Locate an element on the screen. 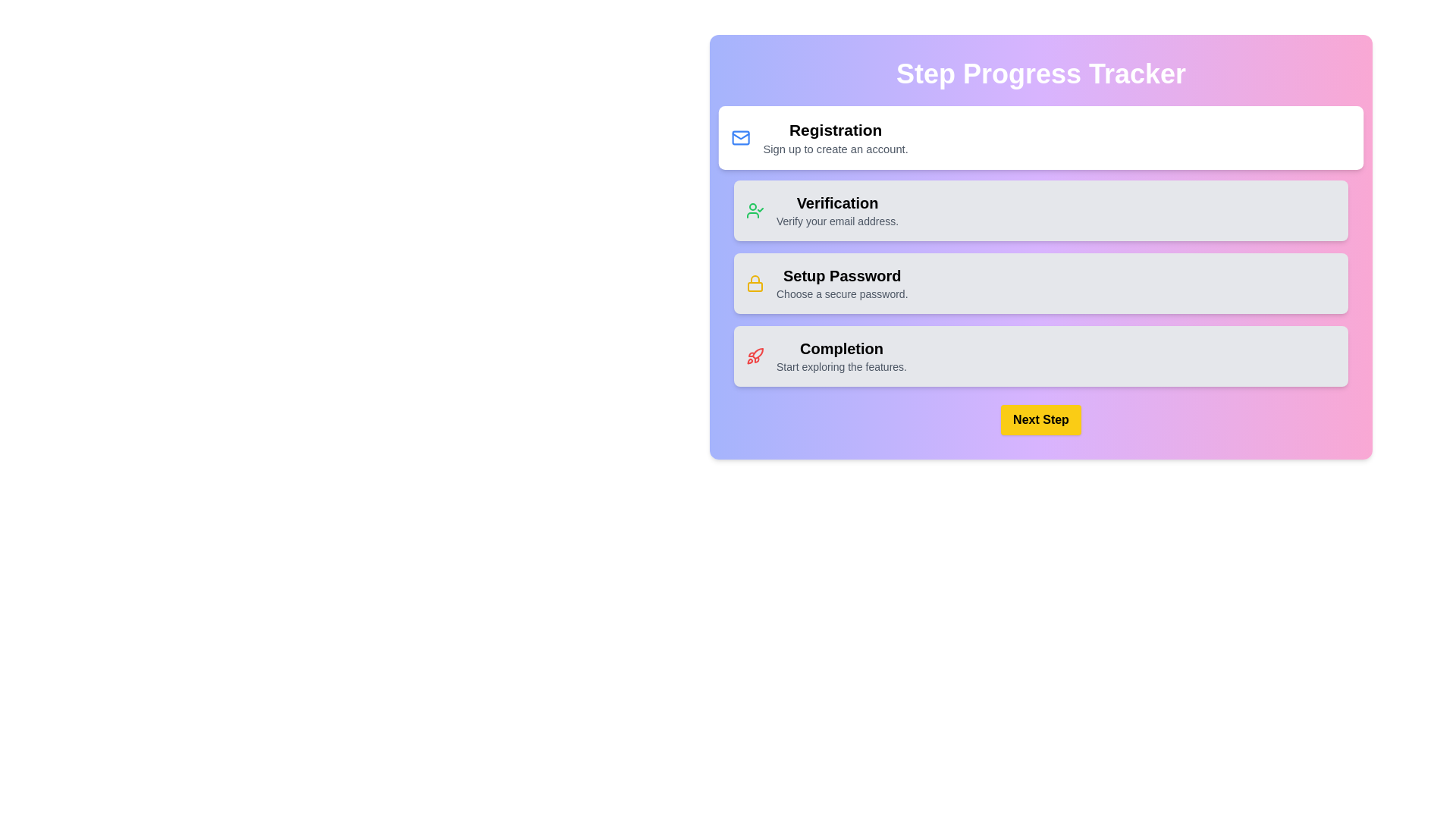 The image size is (1456, 819). informational text element displaying 'Registration' and 'Sign up to create an account', which is located in the top left of the Step Progress Tracker is located at coordinates (835, 137).